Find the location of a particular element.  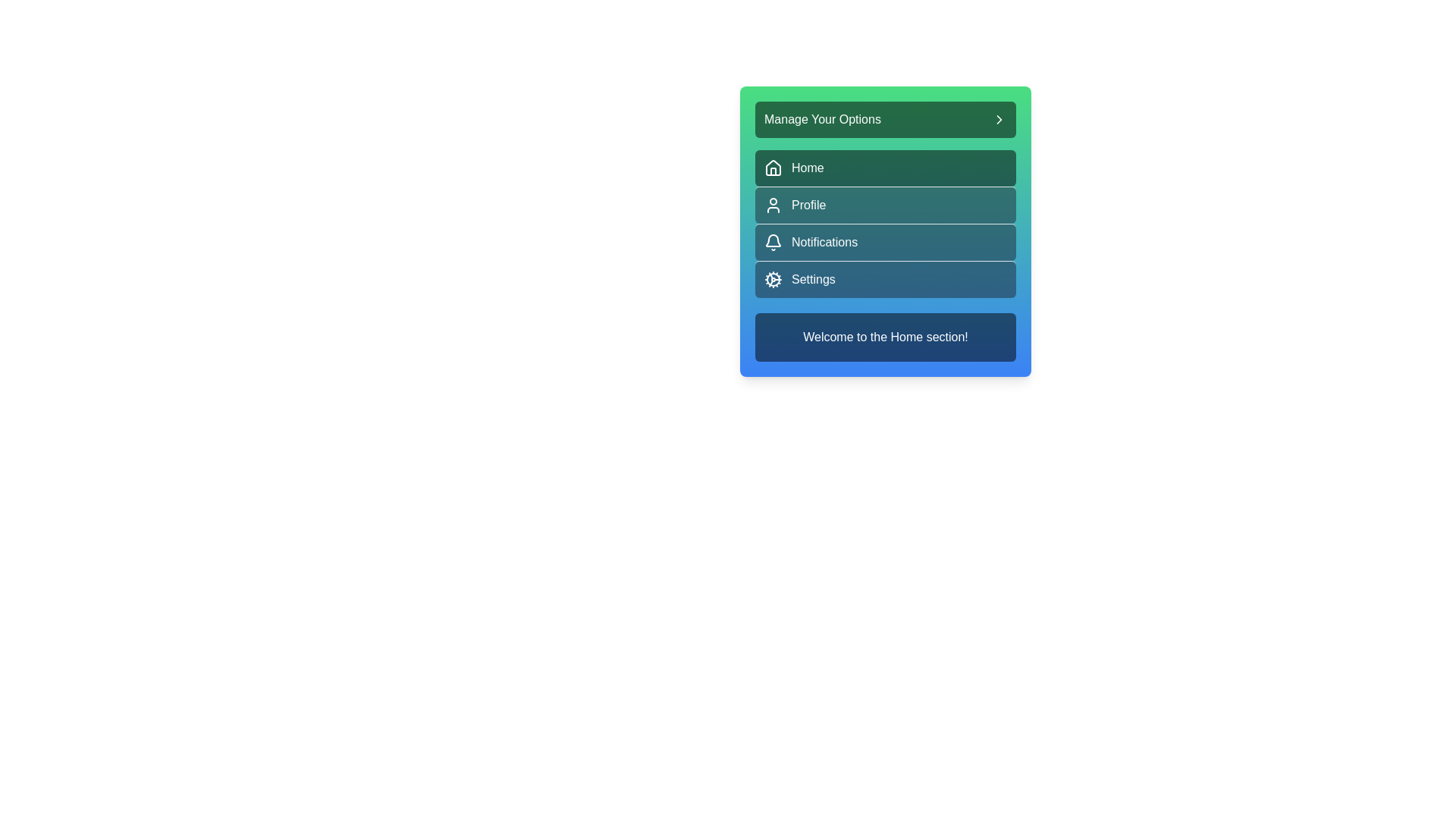

the chevron icon pointing to the right located in the top-right corner of the 'Manage Your Options' header bar is located at coordinates (999, 119).